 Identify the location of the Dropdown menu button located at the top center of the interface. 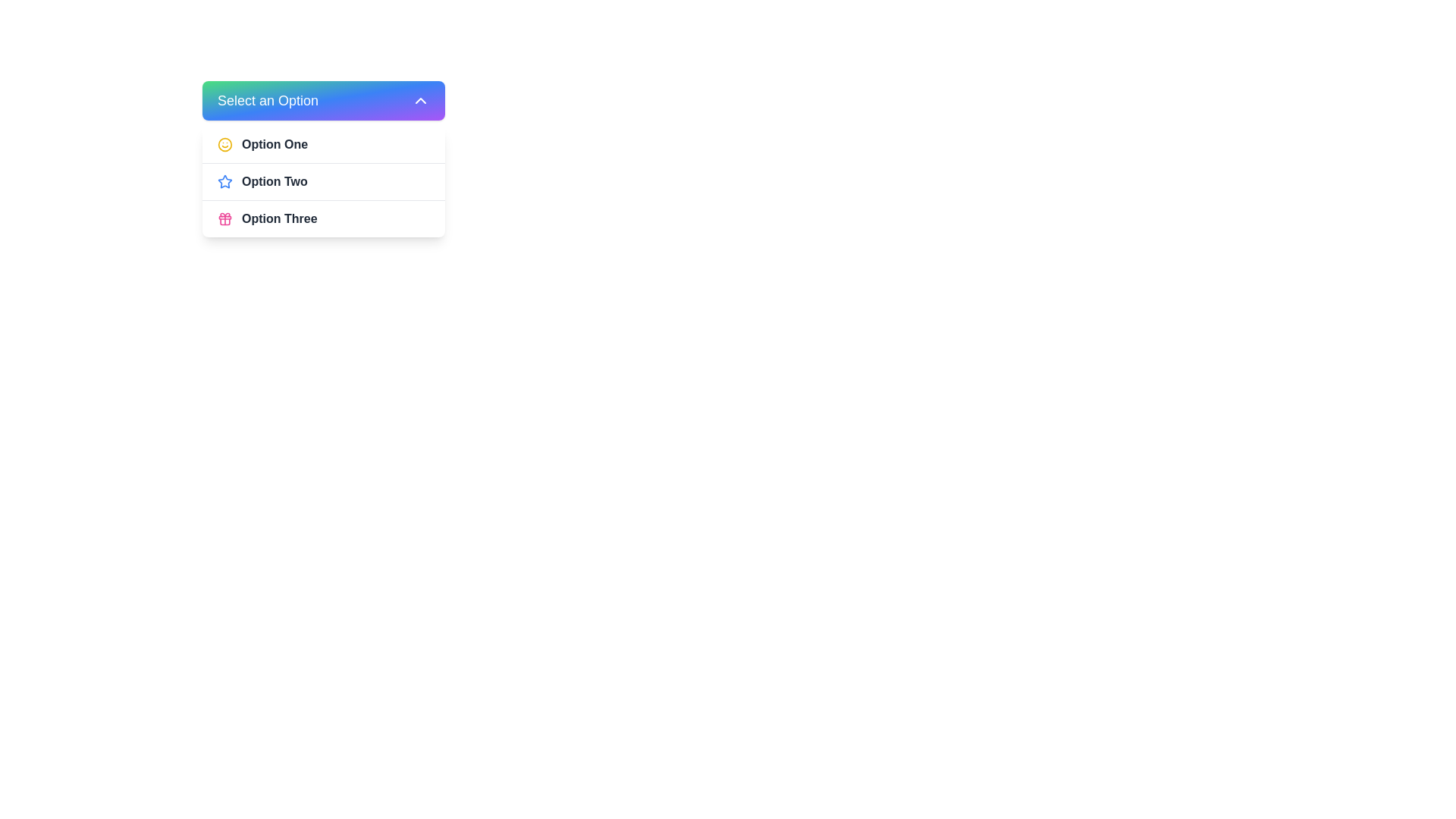
(323, 100).